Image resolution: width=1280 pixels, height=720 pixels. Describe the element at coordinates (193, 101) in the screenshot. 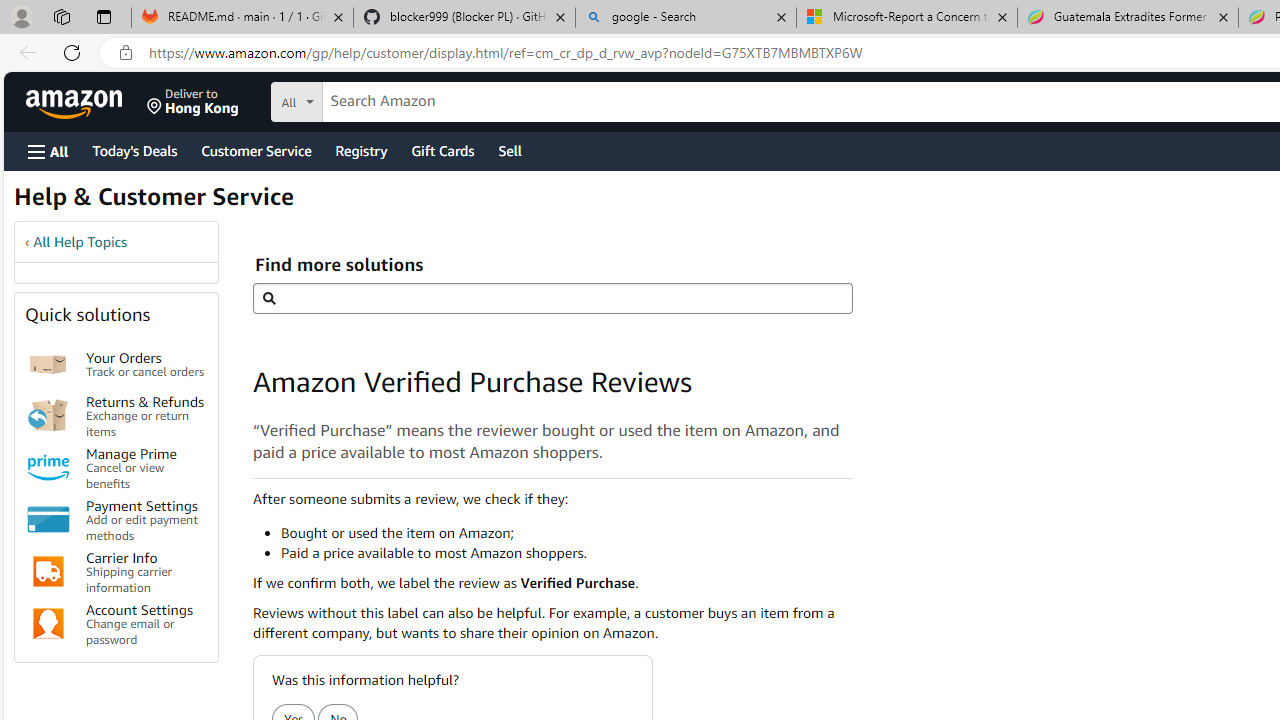

I see `'Deliver to Hong Kong'` at that location.